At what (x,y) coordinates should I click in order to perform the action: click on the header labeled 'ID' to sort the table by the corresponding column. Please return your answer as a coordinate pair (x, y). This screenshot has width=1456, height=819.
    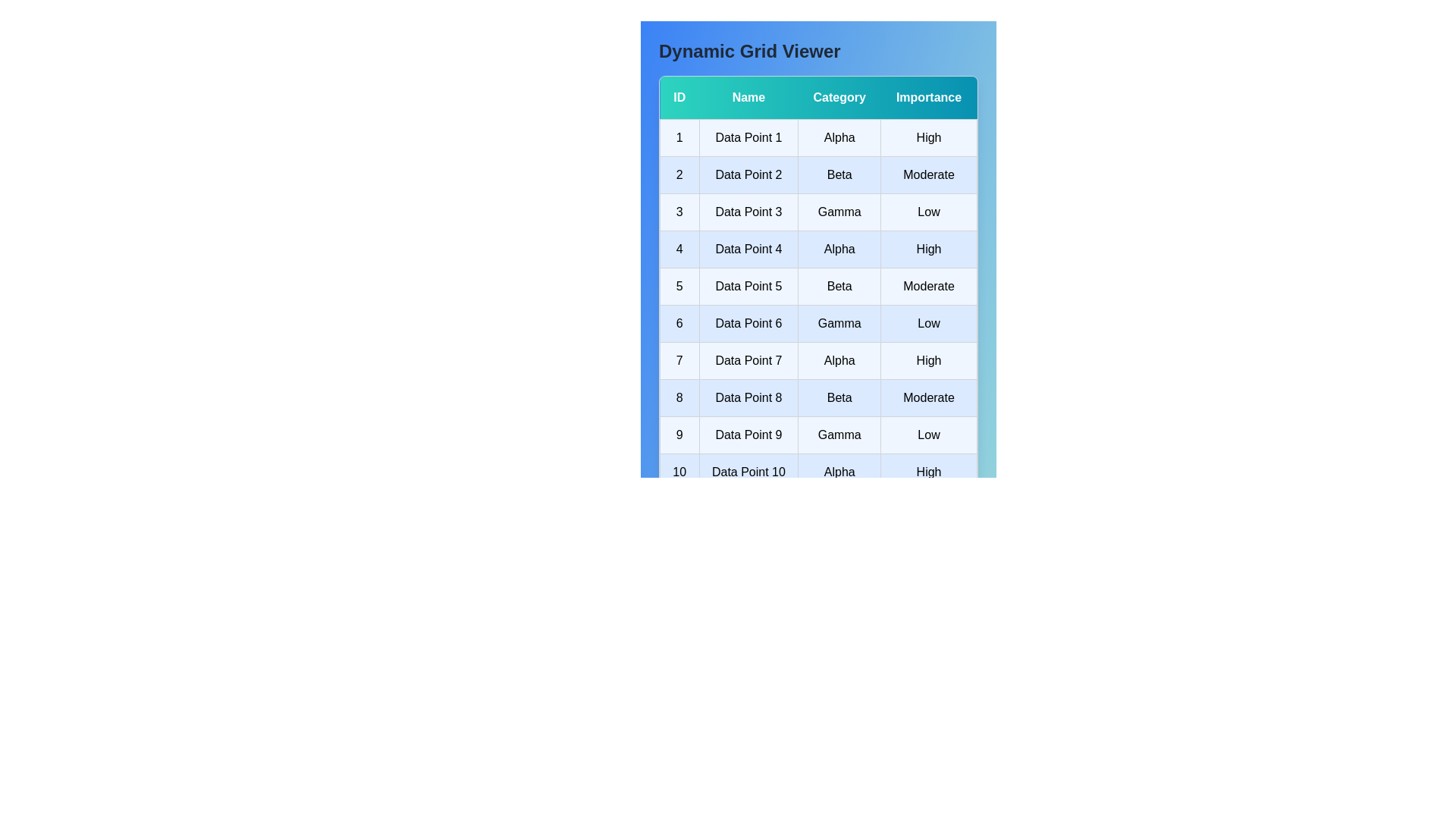
    Looking at the image, I should click on (679, 98).